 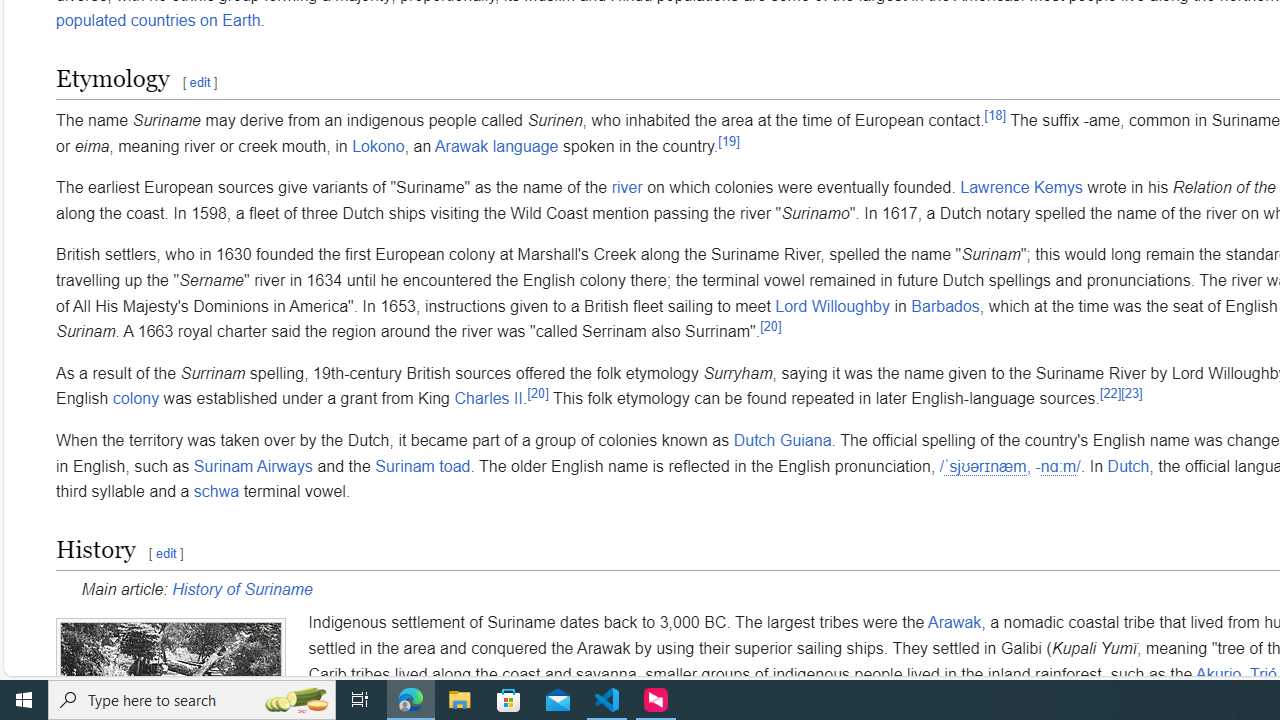 I want to click on 'Dutch Guiana', so click(x=781, y=439).